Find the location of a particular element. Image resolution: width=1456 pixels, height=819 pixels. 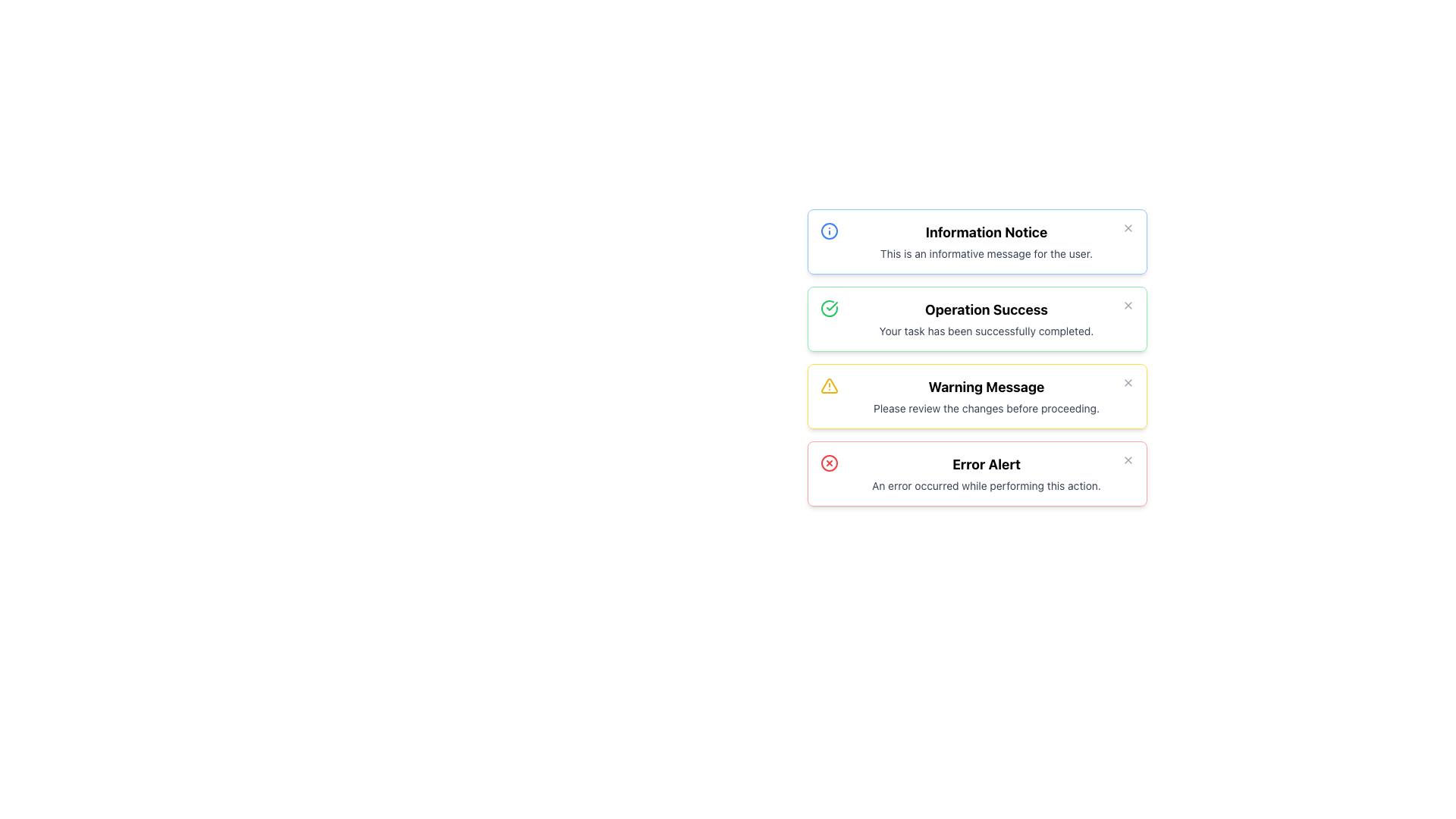

the Text Label that provides additional information in the 'Information Notice' notification card, located directly underneath the title 'Information Notice.' is located at coordinates (986, 253).